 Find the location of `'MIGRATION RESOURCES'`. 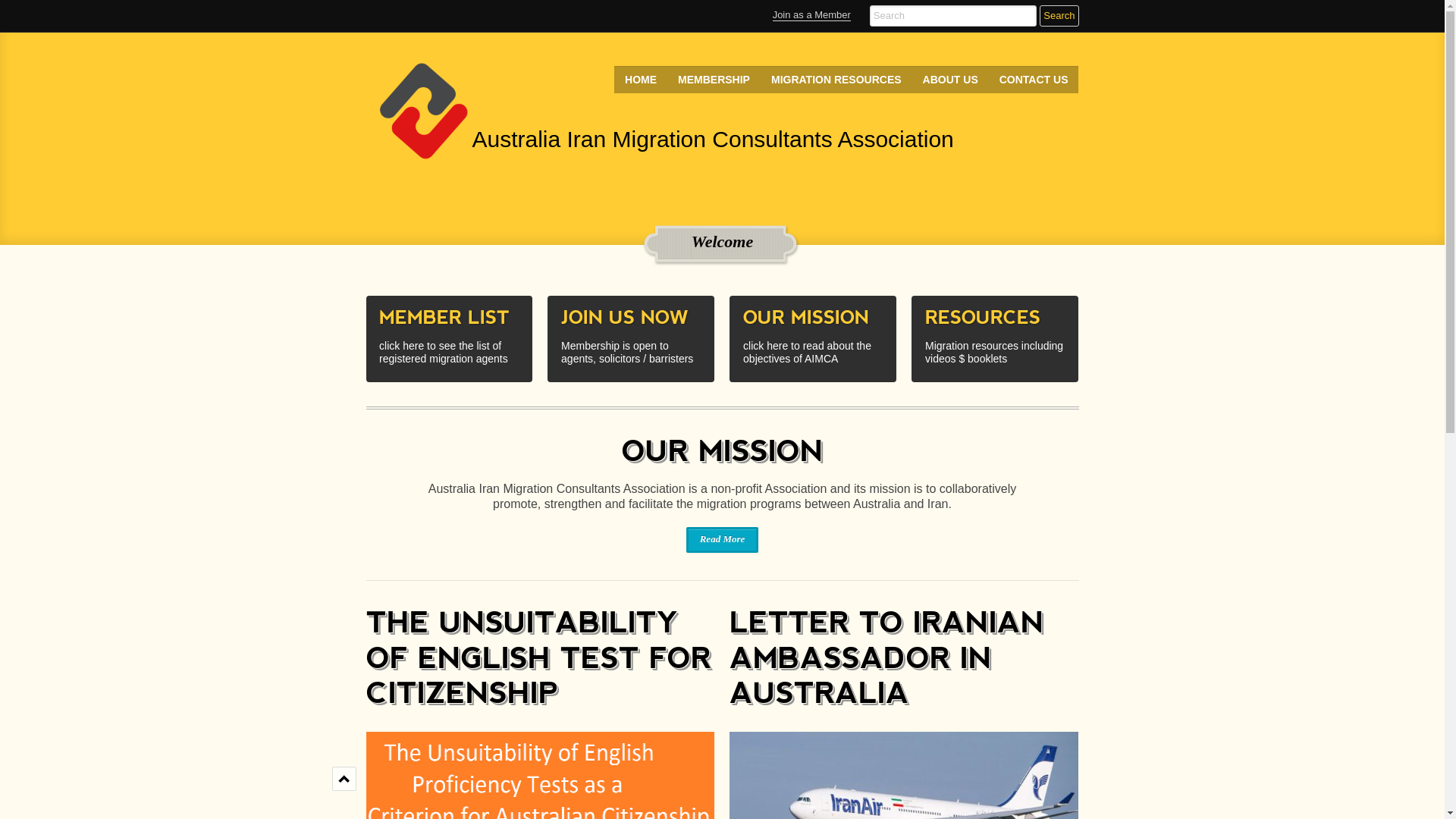

'MIGRATION RESOURCES' is located at coordinates (836, 79).